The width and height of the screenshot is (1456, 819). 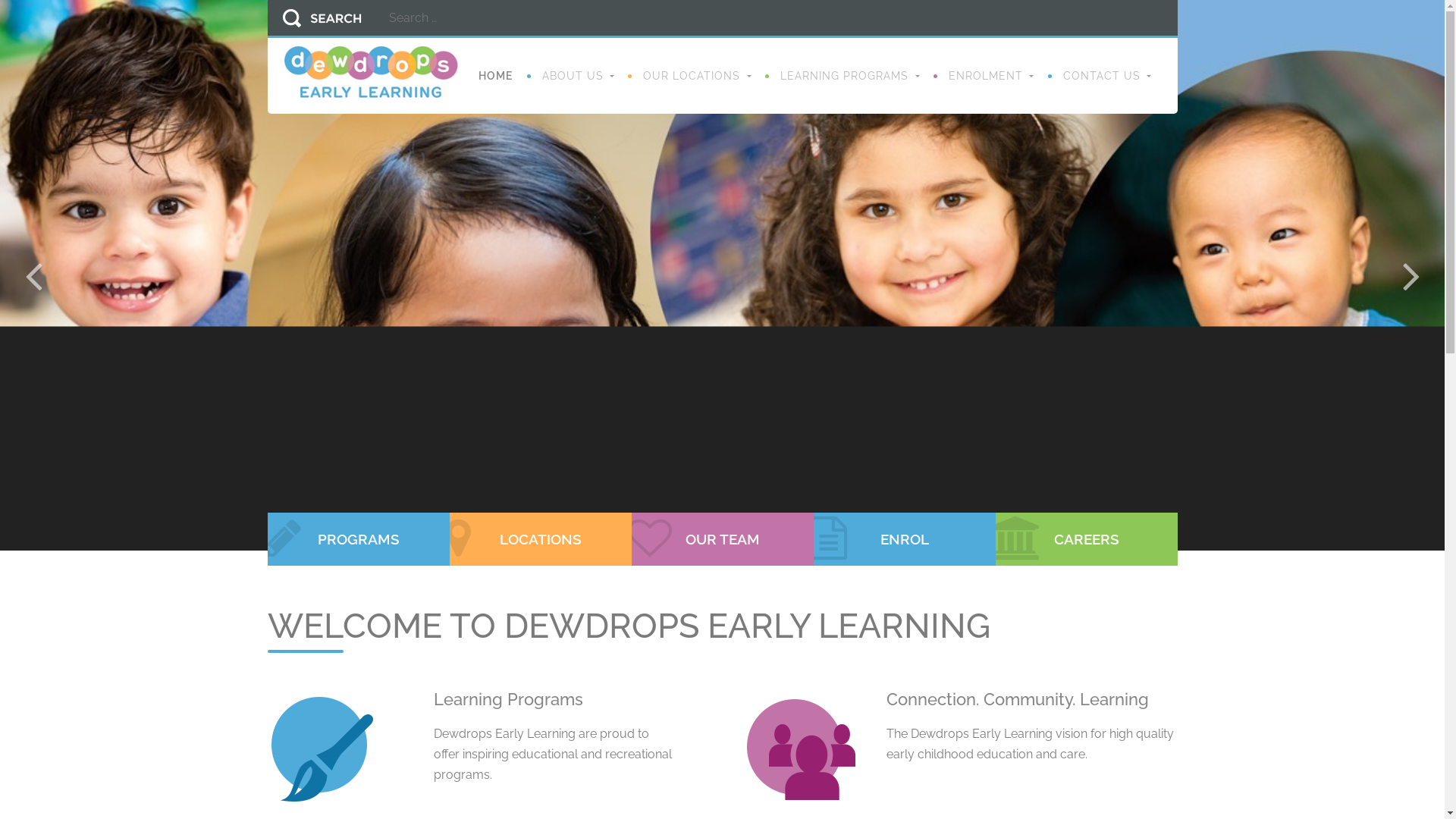 I want to click on 'Dewdrops Early Learning', so click(x=370, y=71).